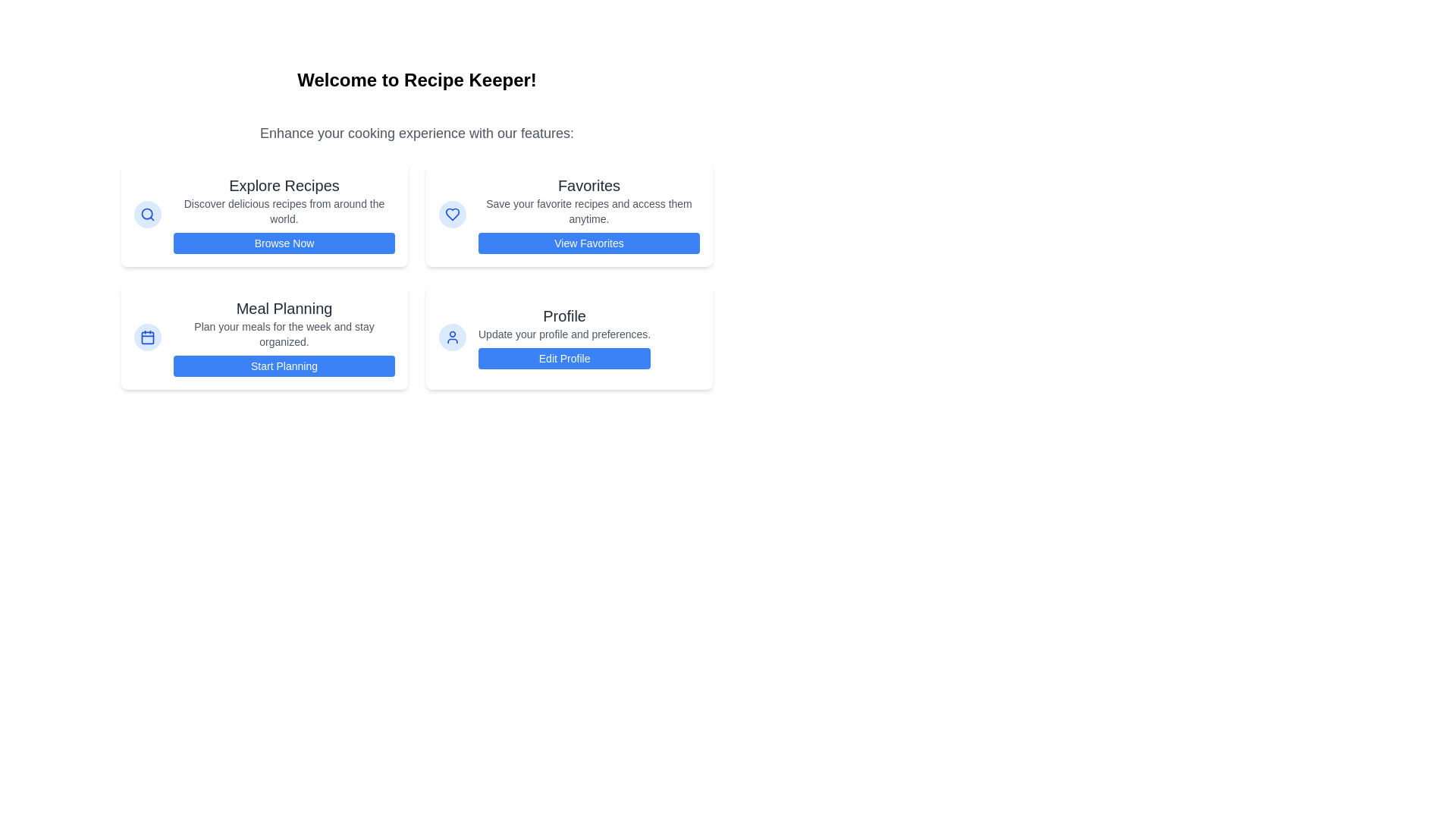 The width and height of the screenshot is (1456, 819). Describe the element at coordinates (284, 242) in the screenshot. I see `the 'Explore Recipes' button located below the header and text block, which serves as a call-to-action element for browsing recipes` at that location.